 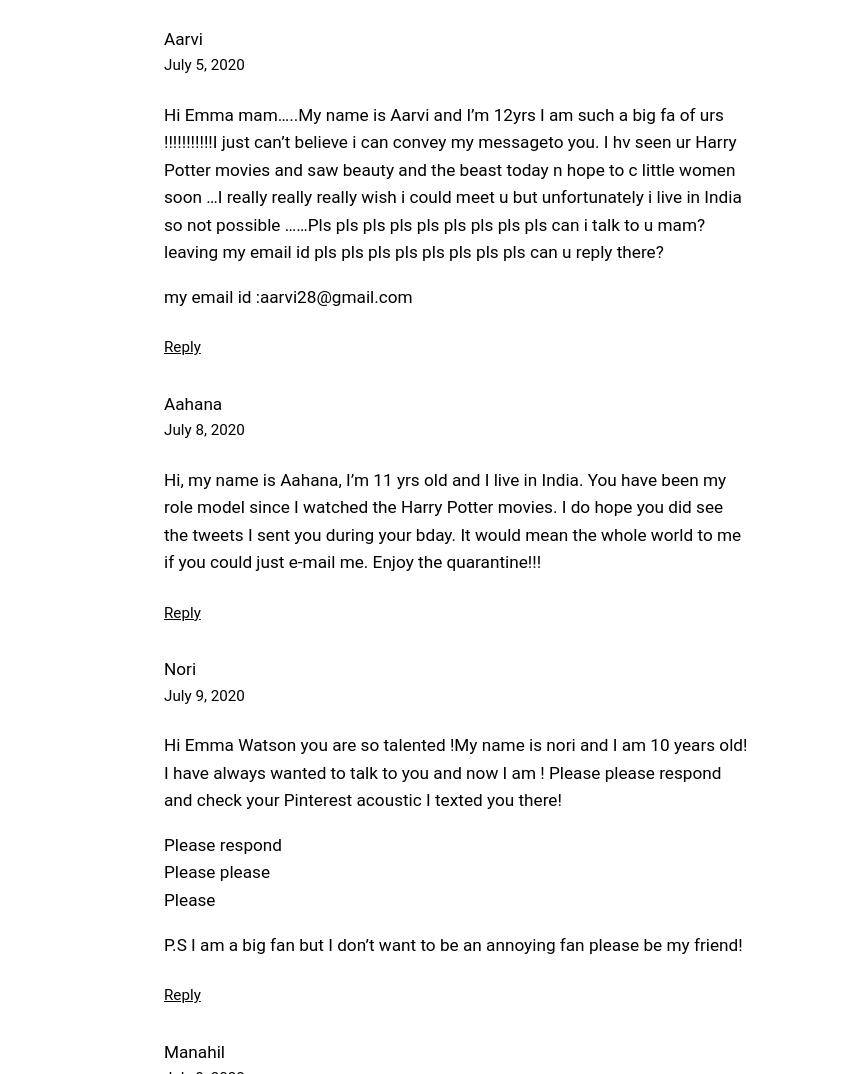 I want to click on 'Nori', so click(x=179, y=667).